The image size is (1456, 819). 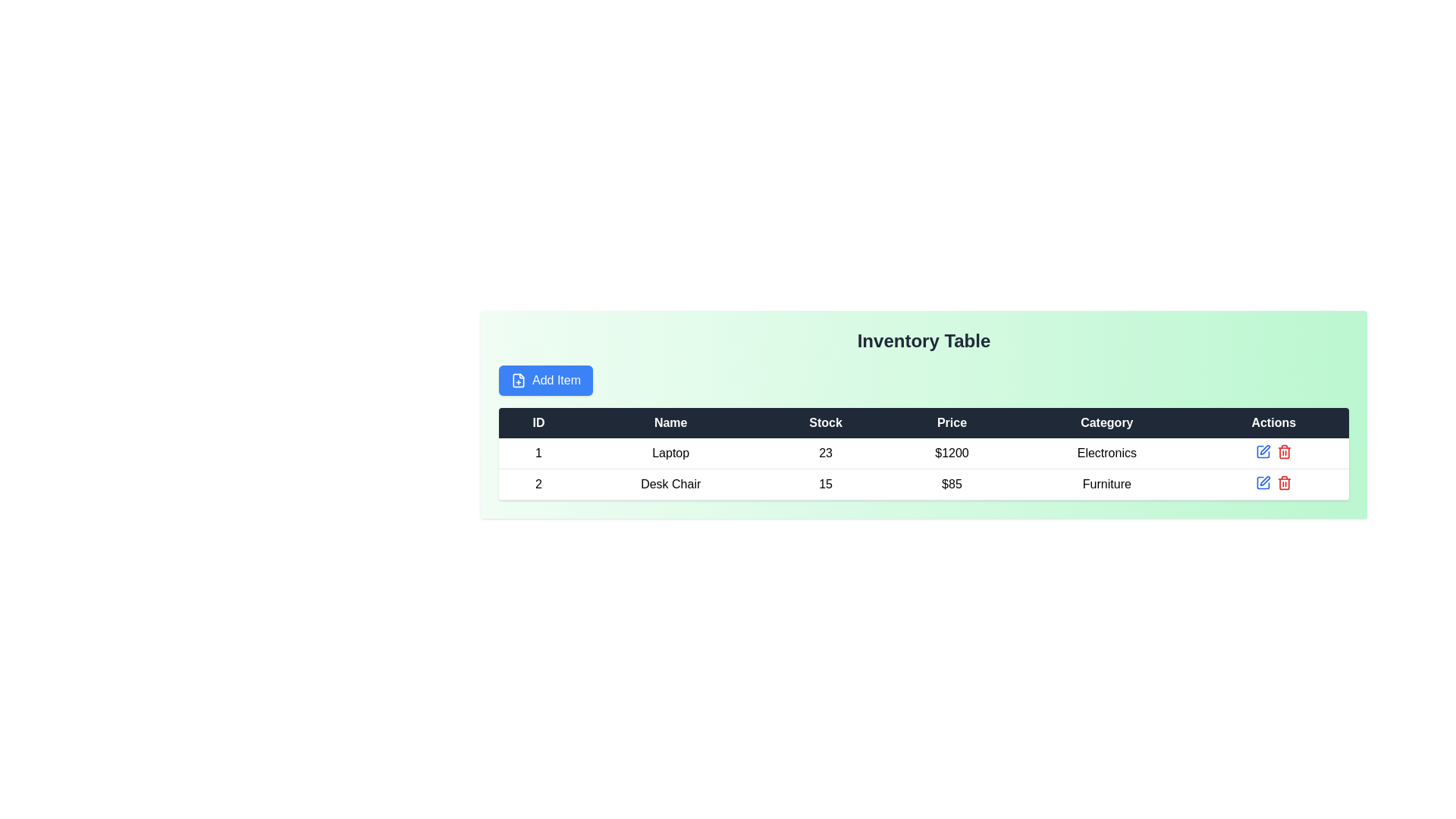 I want to click on text in the table cell containing the word 'Furniture' located in the fourth cell of the second row in the inventory table, so click(x=1106, y=485).